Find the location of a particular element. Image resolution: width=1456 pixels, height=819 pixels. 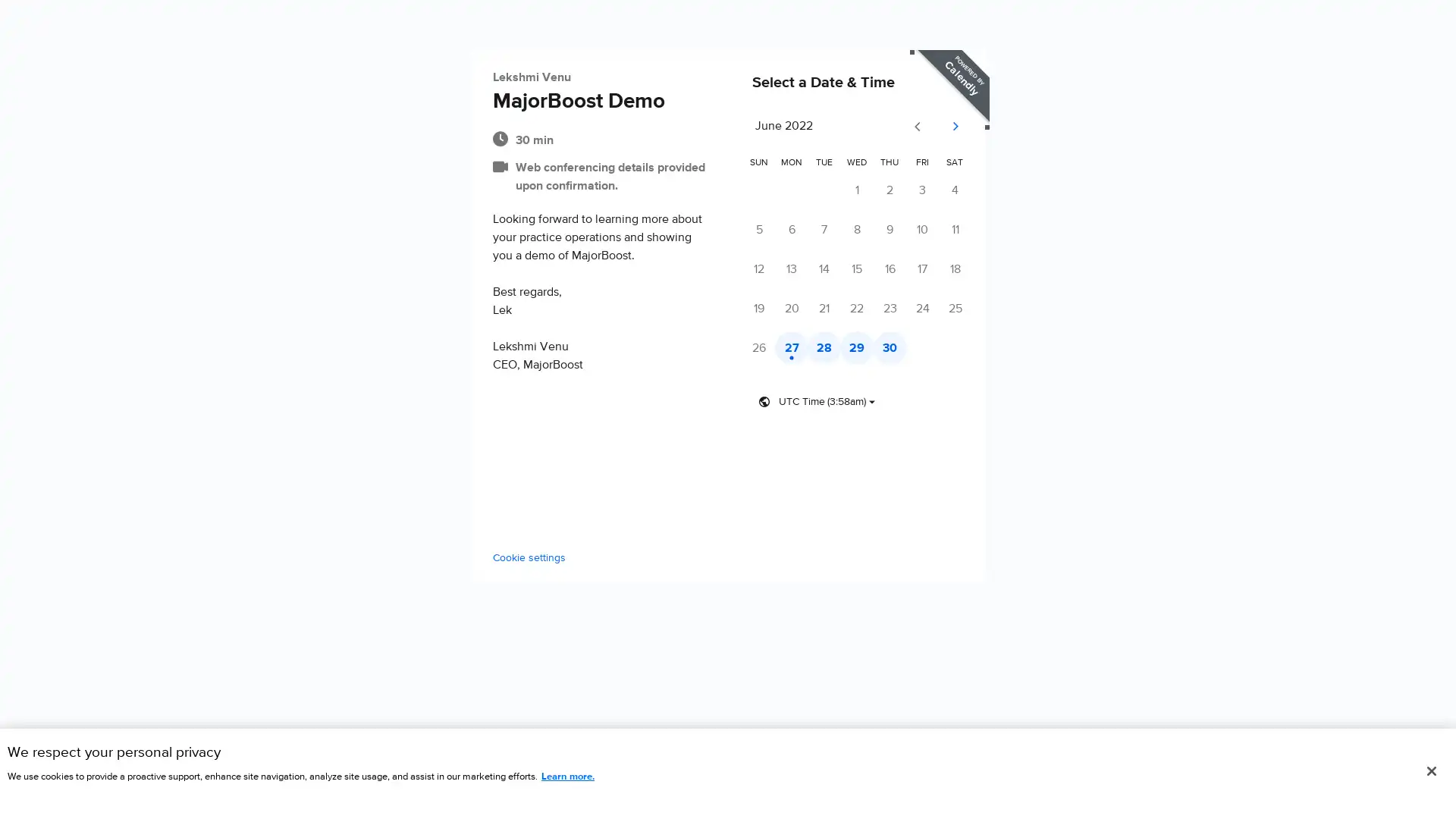

Friday, June 24 - No times available is located at coordinates (956, 309).